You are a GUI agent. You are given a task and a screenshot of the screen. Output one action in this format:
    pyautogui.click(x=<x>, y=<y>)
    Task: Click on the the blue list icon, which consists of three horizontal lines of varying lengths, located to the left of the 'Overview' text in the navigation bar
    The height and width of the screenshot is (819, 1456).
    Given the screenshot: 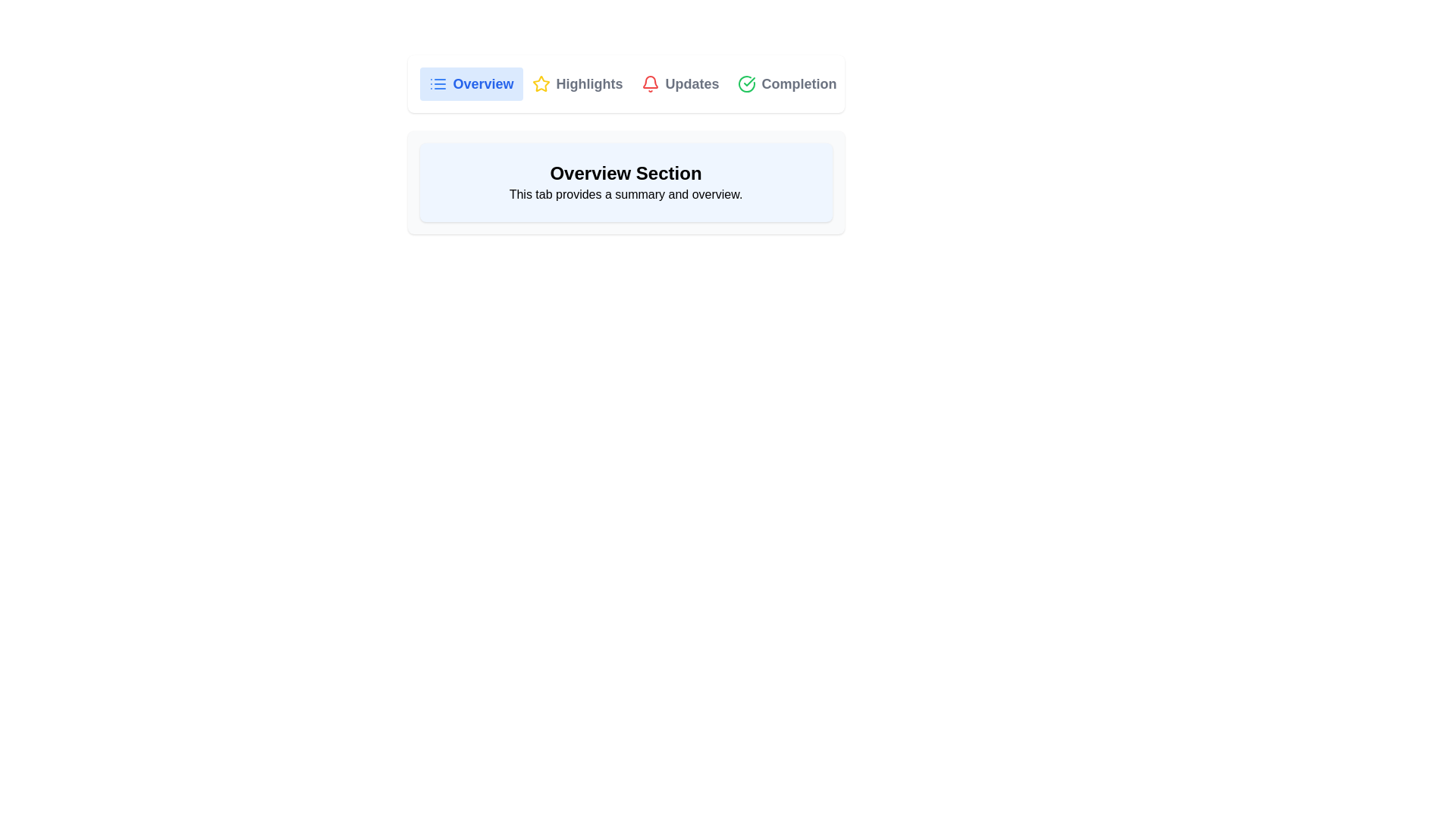 What is the action you would take?
    pyautogui.click(x=437, y=84)
    